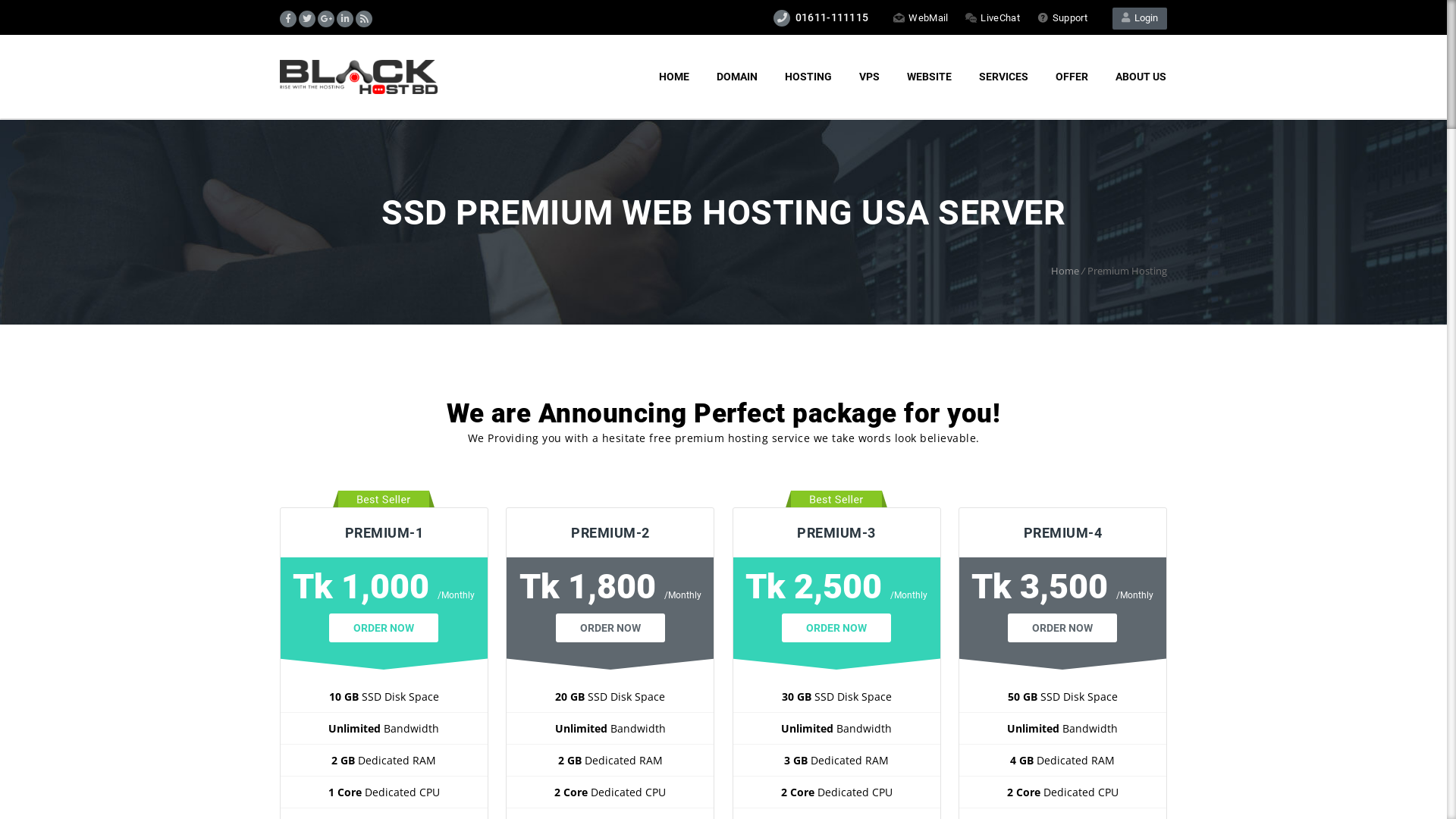 This screenshot has height=819, width=1456. What do you see at coordinates (383, 628) in the screenshot?
I see `'ORDER NOW'` at bounding box center [383, 628].